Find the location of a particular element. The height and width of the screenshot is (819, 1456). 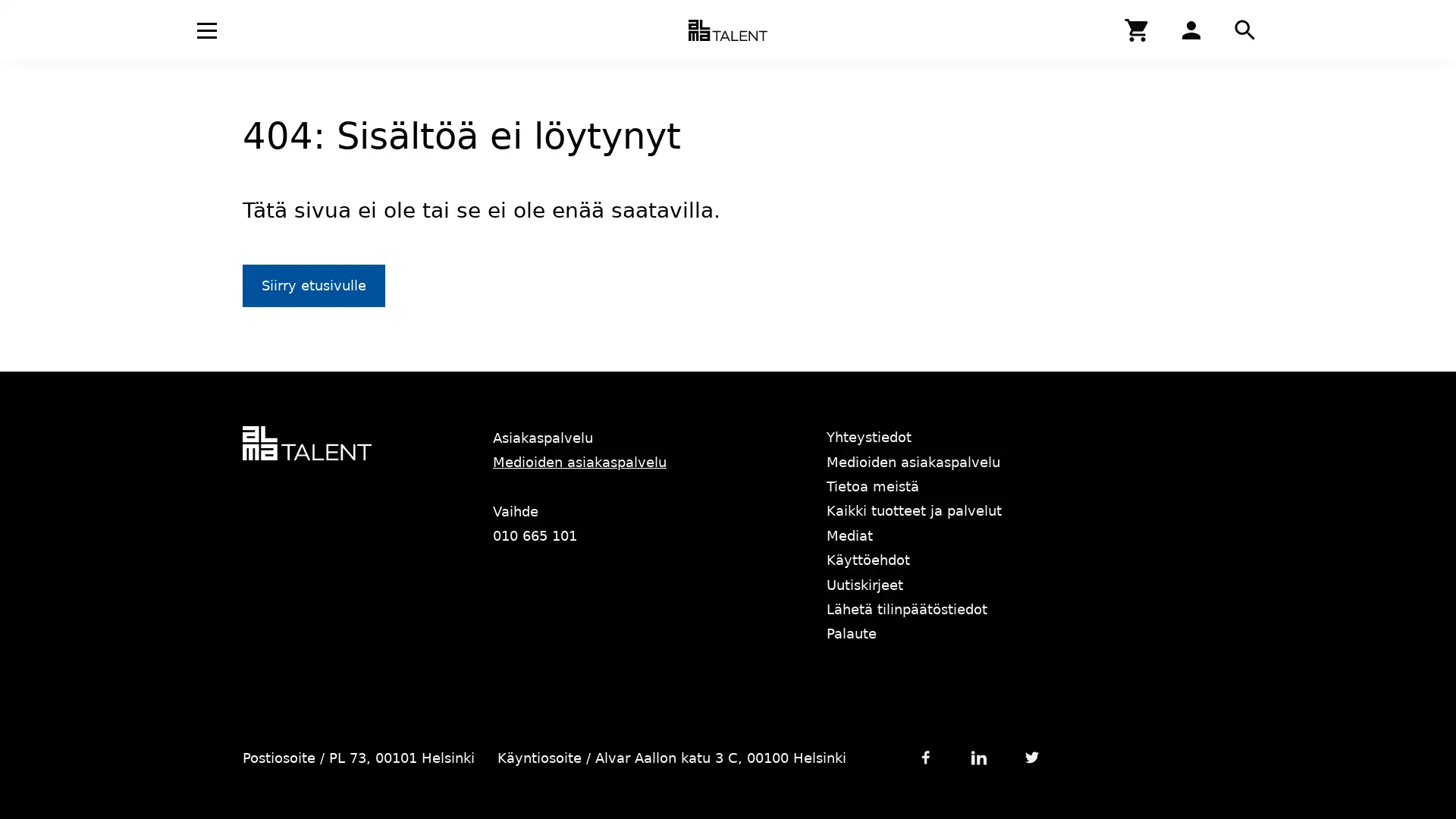

Hyvaksy is located at coordinates (946, 525).